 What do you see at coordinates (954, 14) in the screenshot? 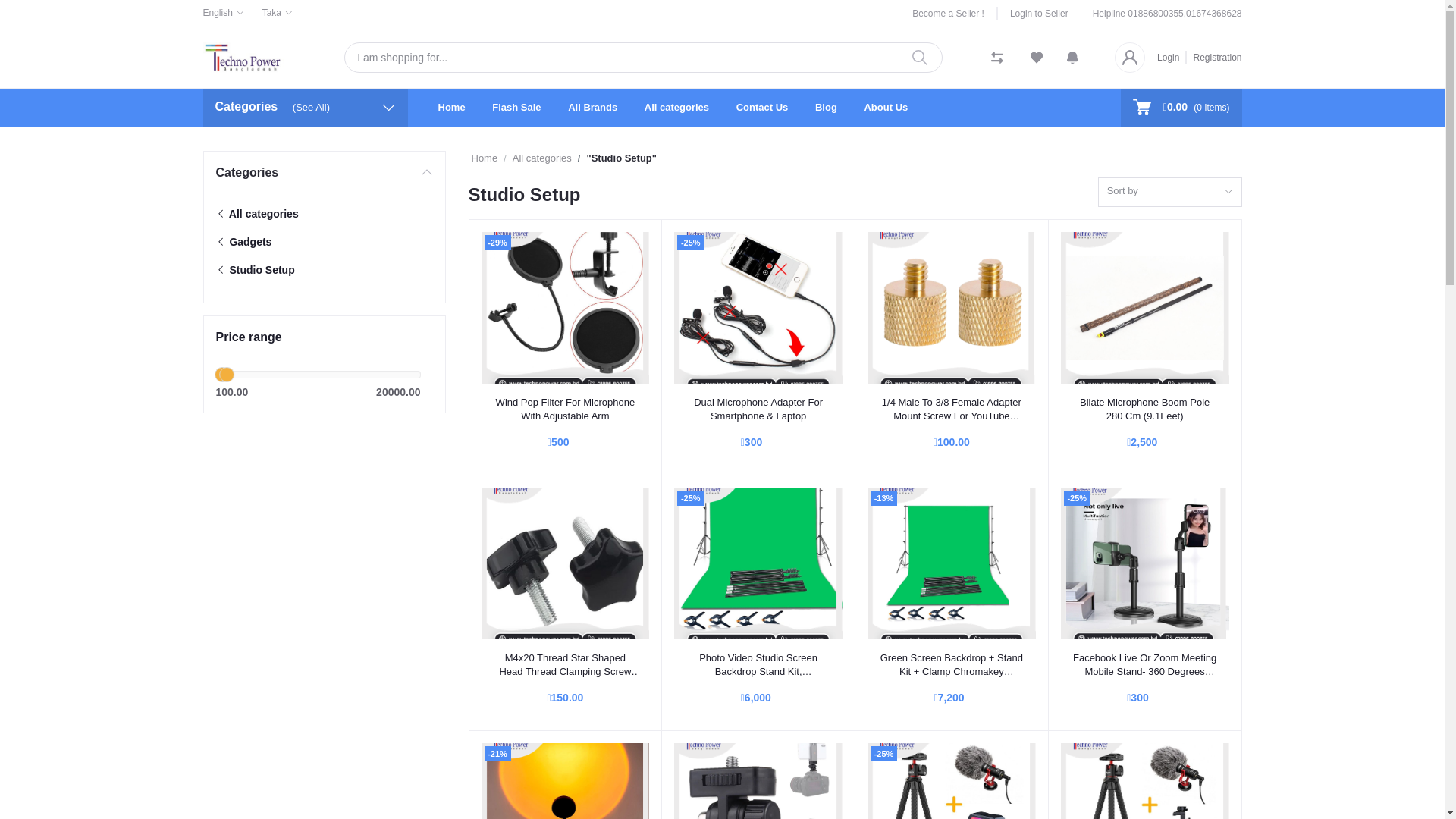
I see `'Become a Seller !'` at bounding box center [954, 14].